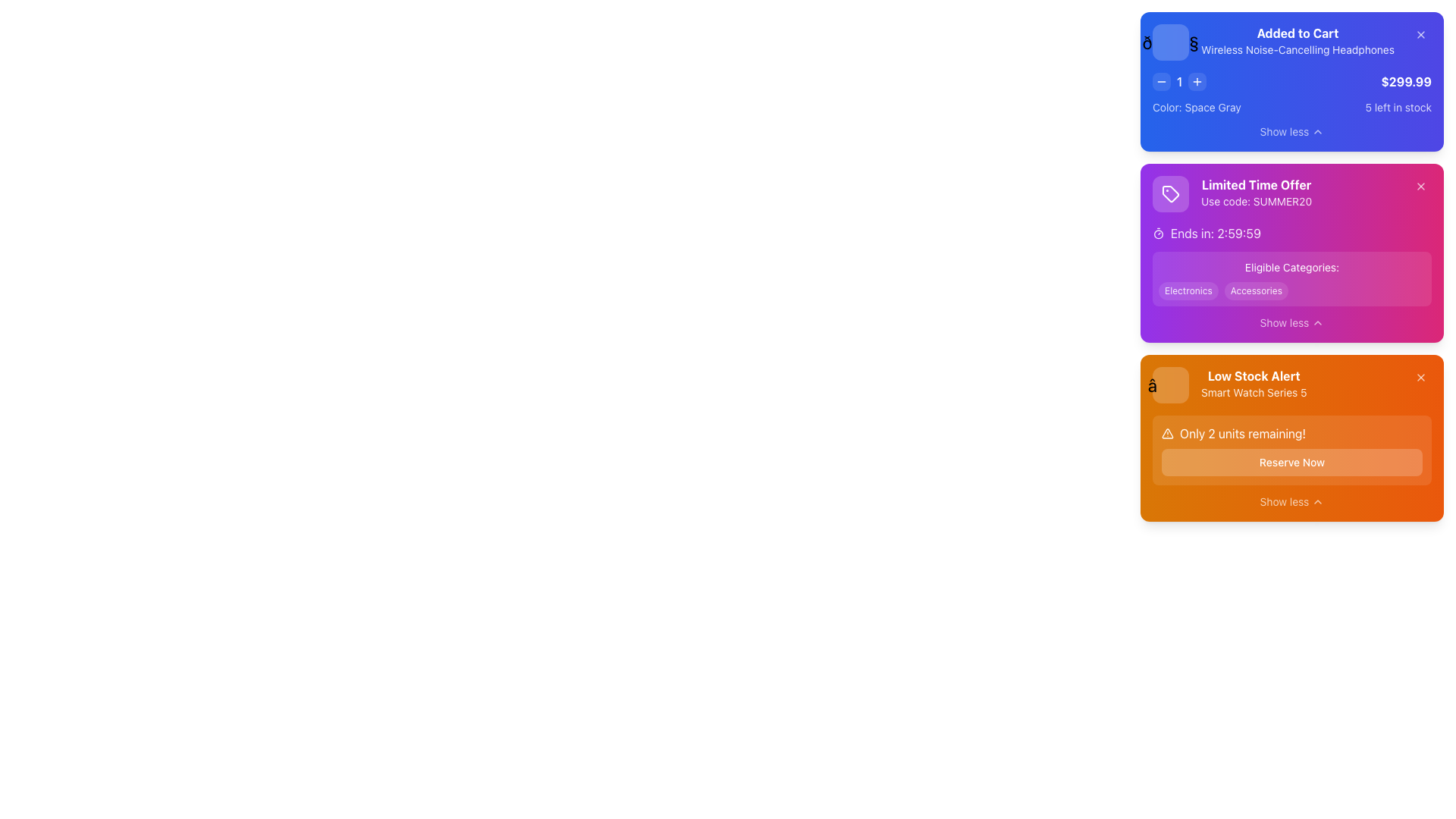 Image resolution: width=1456 pixels, height=819 pixels. I want to click on the close button located in the top-right corner of the 'Limited Time Offer' card, so click(1420, 186).